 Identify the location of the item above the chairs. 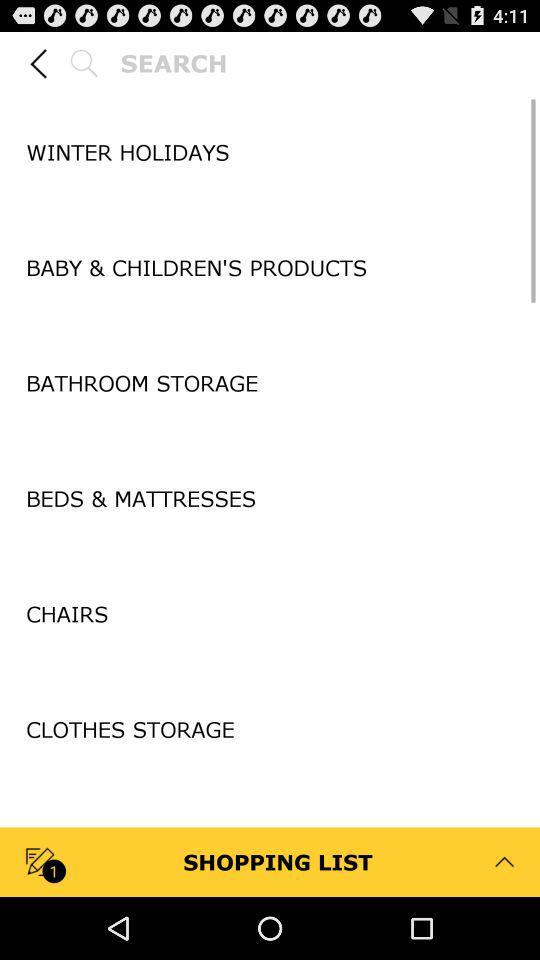
(270, 557).